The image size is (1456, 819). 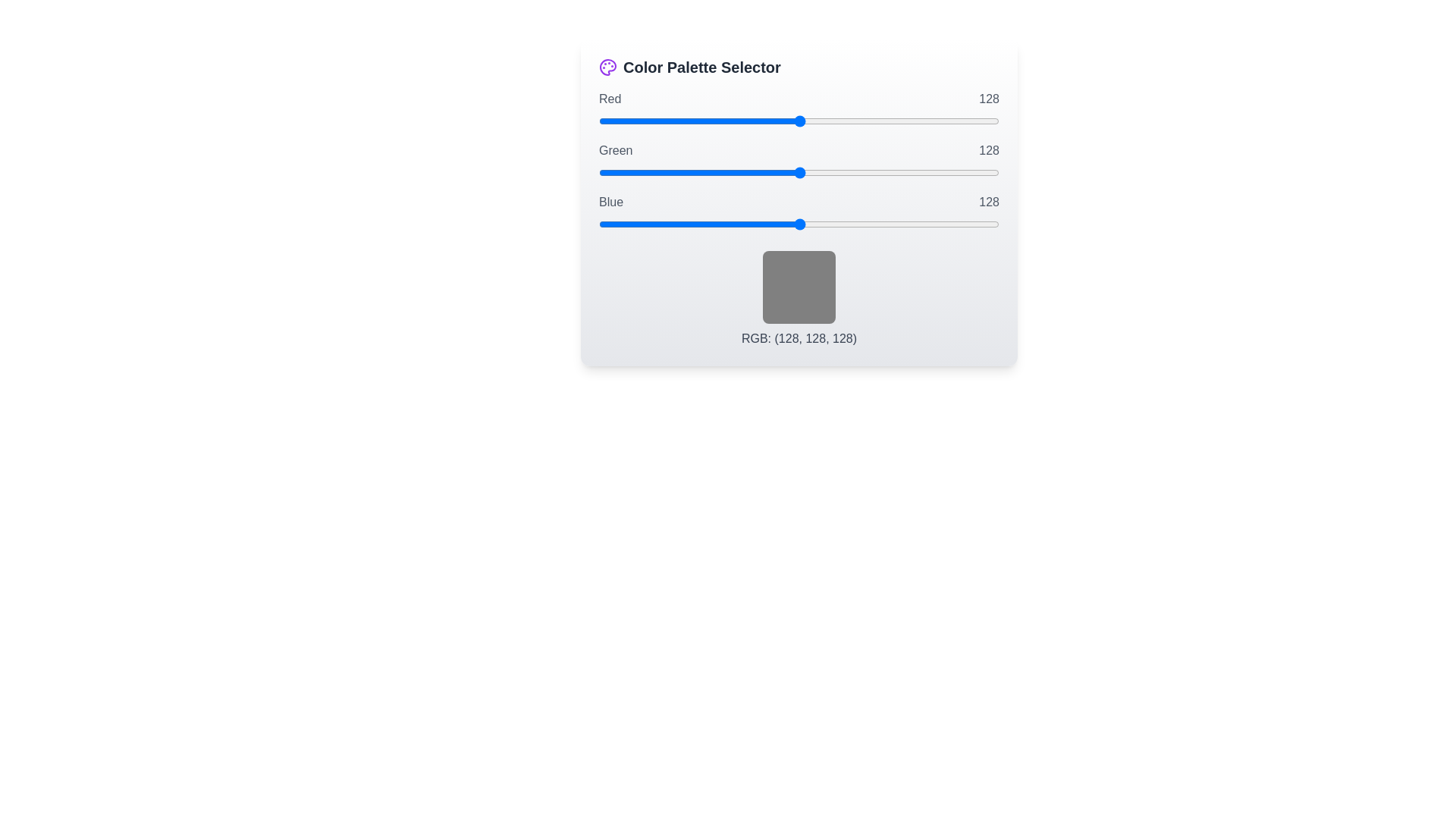 I want to click on the green slider to set its value to 37, so click(x=657, y=171).